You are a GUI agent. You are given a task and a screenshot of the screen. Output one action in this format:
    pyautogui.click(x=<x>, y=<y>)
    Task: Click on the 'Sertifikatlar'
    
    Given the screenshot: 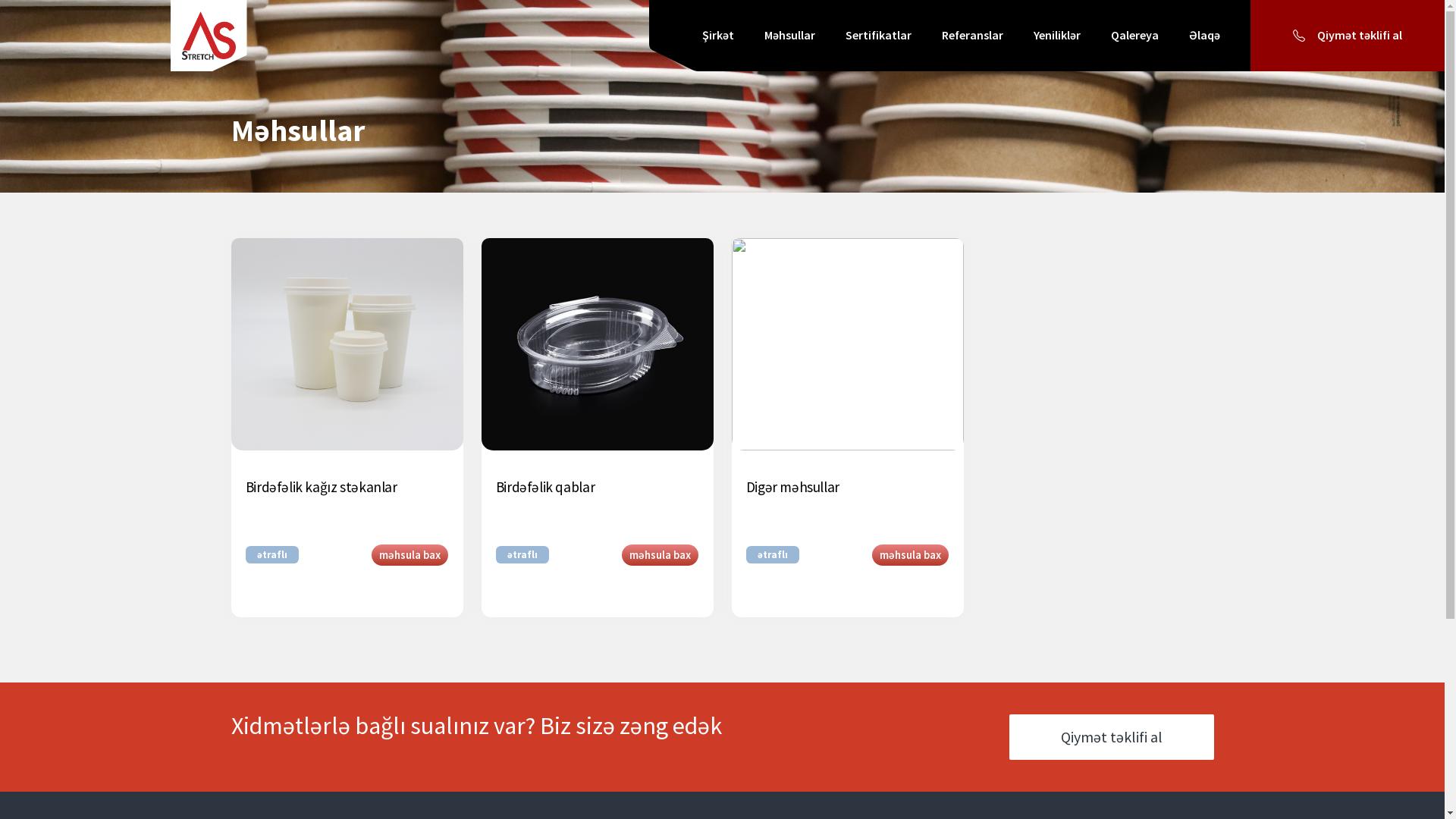 What is the action you would take?
    pyautogui.click(x=878, y=34)
    